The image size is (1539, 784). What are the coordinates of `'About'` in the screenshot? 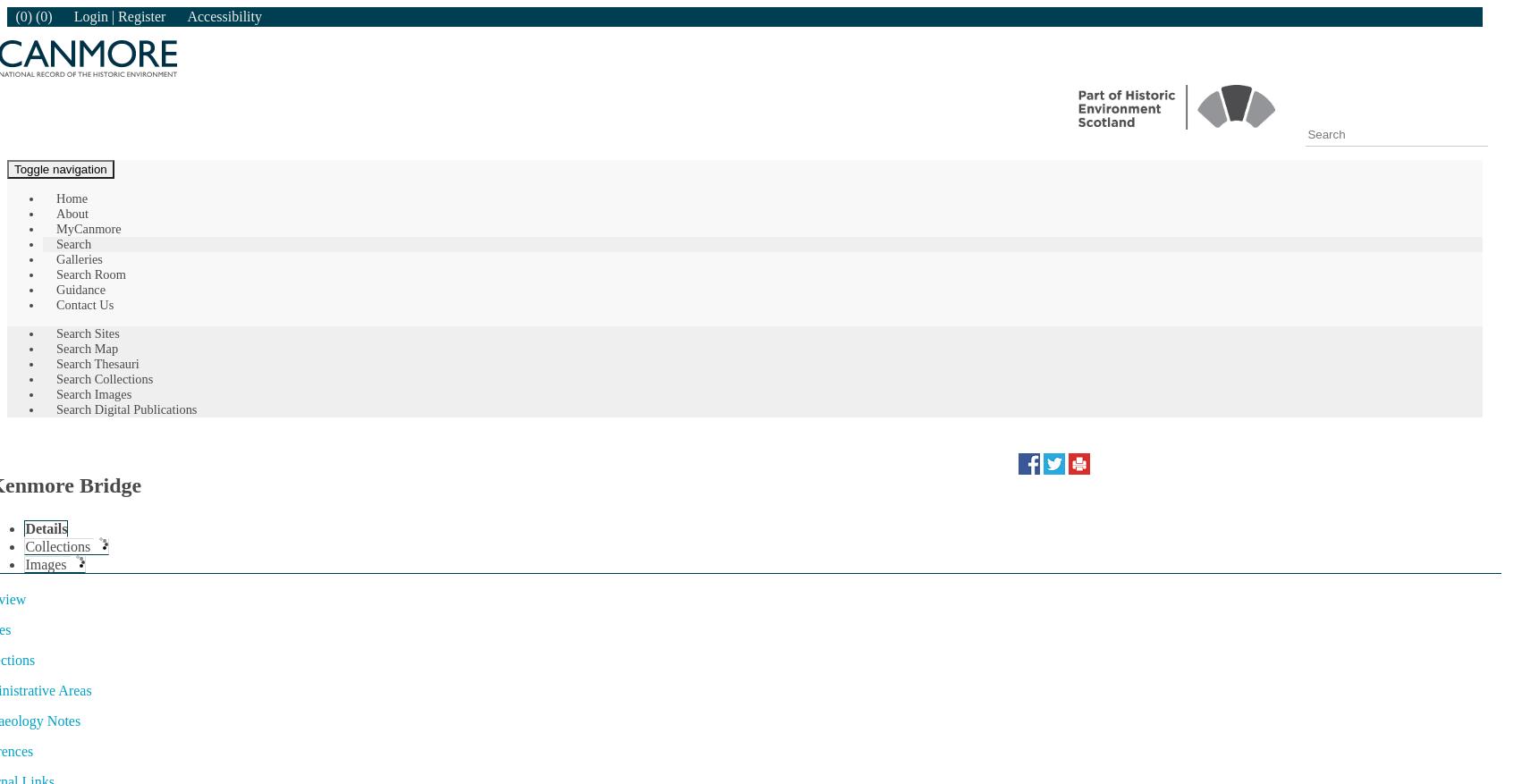 It's located at (72, 212).